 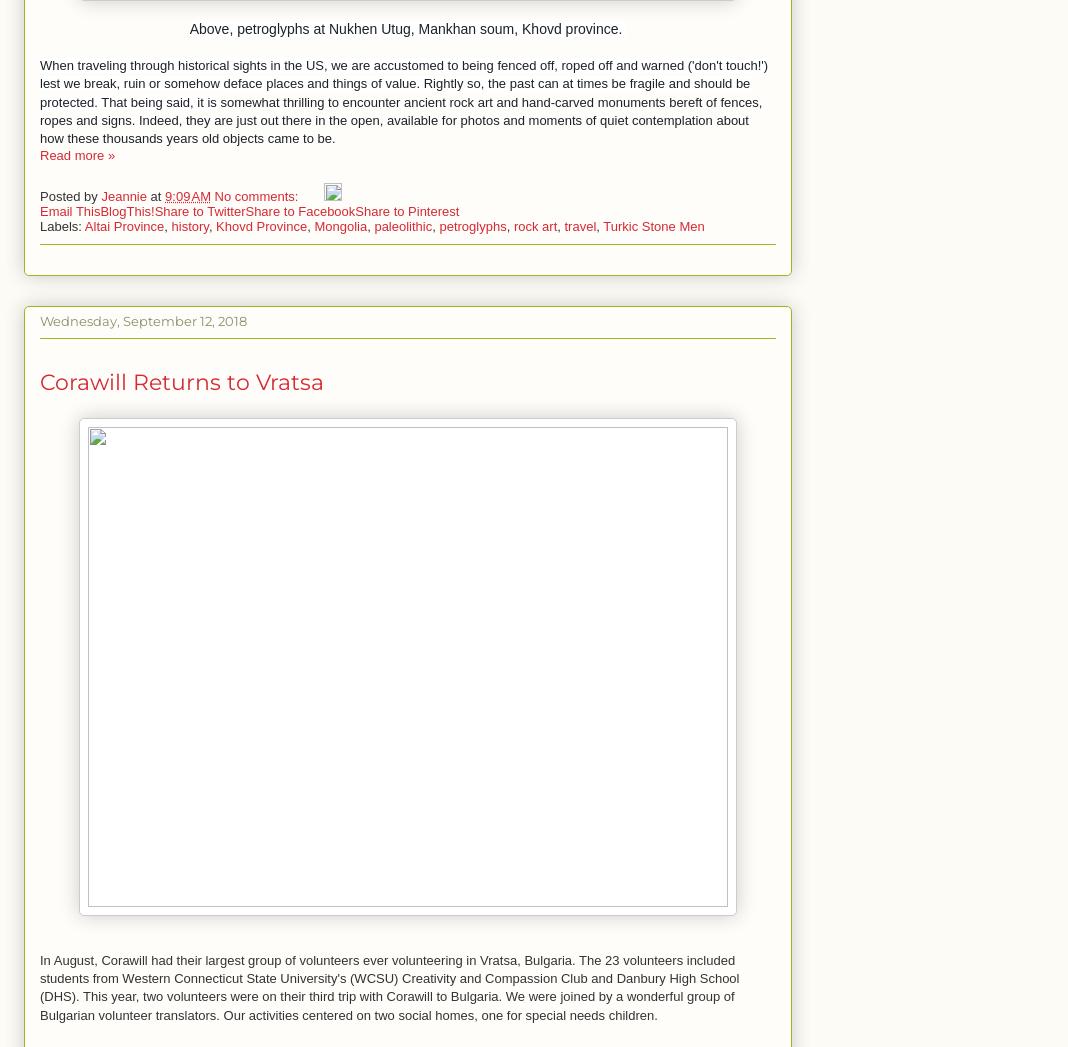 I want to click on '9:09 AM', so click(x=187, y=194).